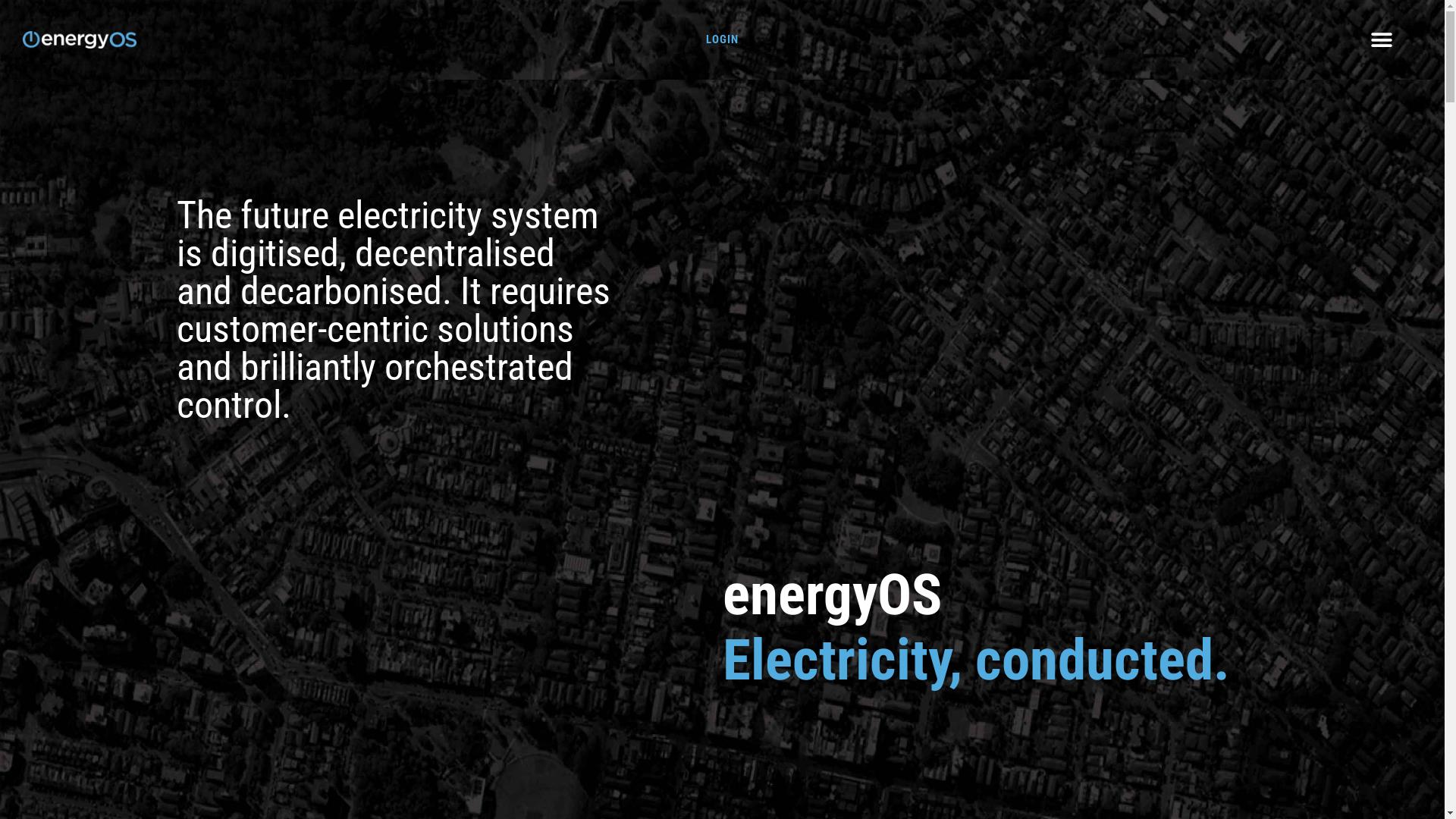  What do you see at coordinates (705, 38) in the screenshot?
I see `'LOGIN'` at bounding box center [705, 38].